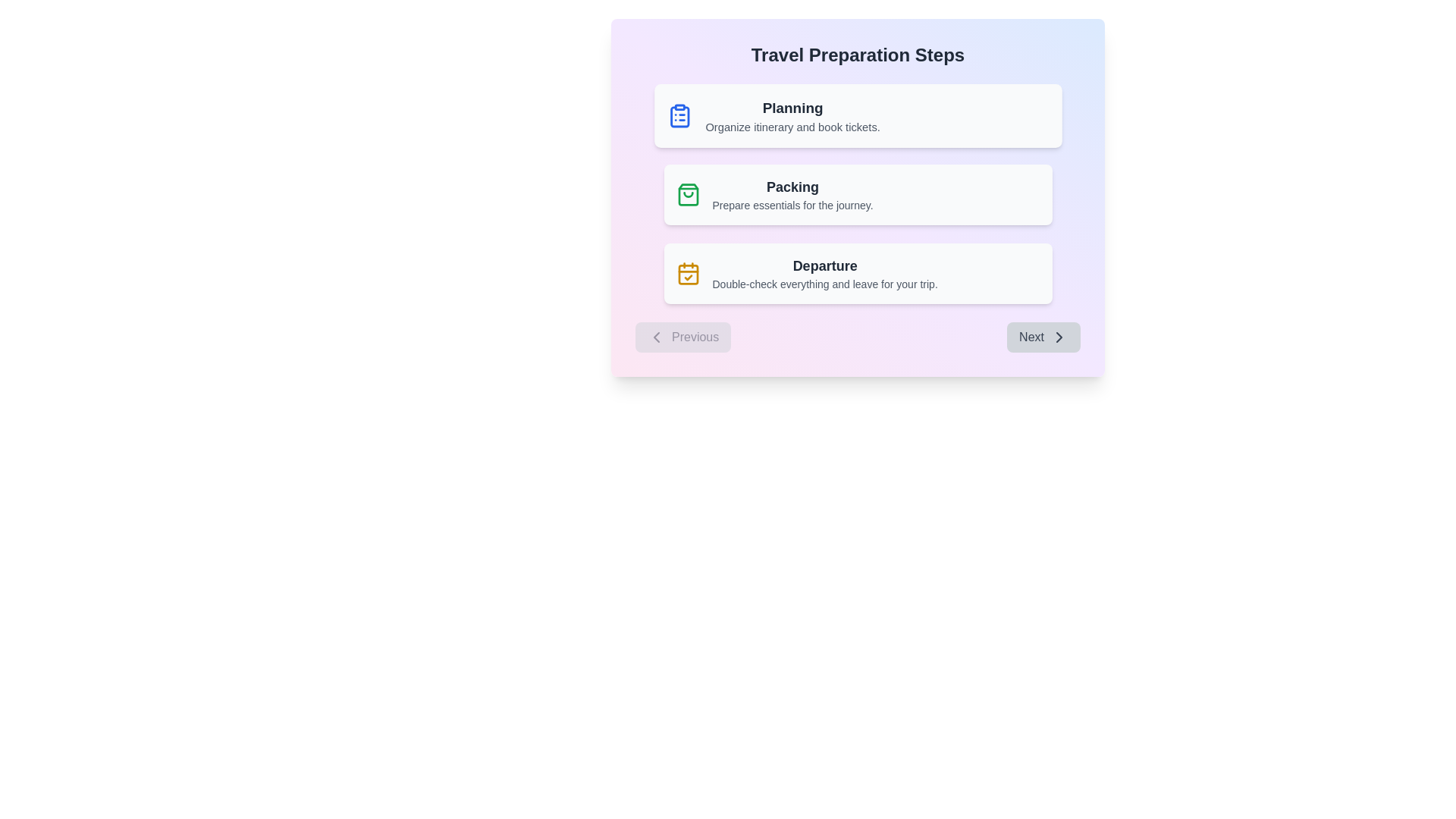 This screenshot has width=1456, height=819. I want to click on the blue clipboard icon with a list symbol, which is located on the left side of the 'Planning' section in the 'Travel Preparation Steps' layout, so click(679, 115).